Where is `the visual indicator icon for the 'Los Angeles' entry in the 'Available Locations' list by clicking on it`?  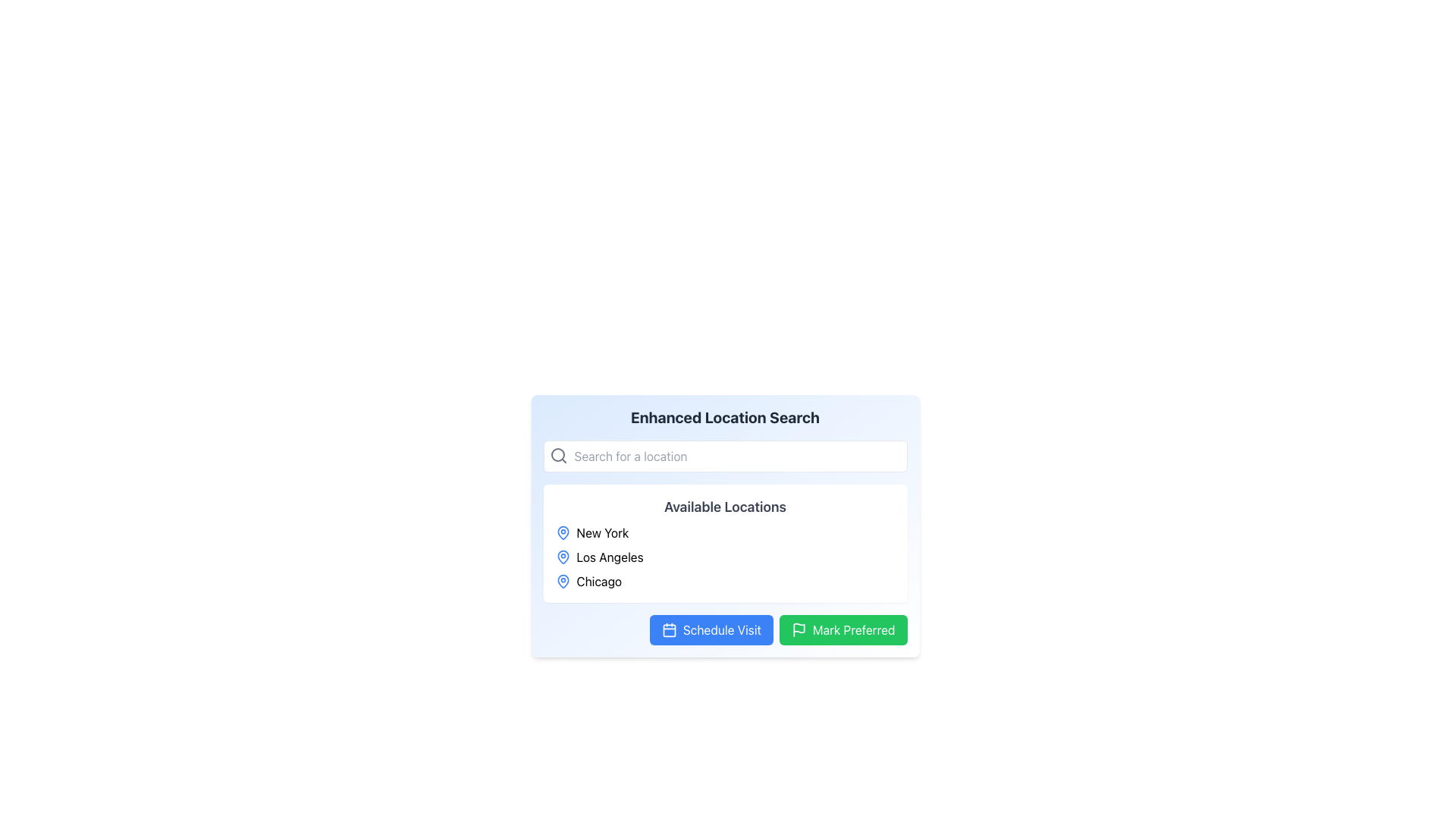
the visual indicator icon for the 'Los Angeles' entry in the 'Available Locations' list by clicking on it is located at coordinates (562, 557).